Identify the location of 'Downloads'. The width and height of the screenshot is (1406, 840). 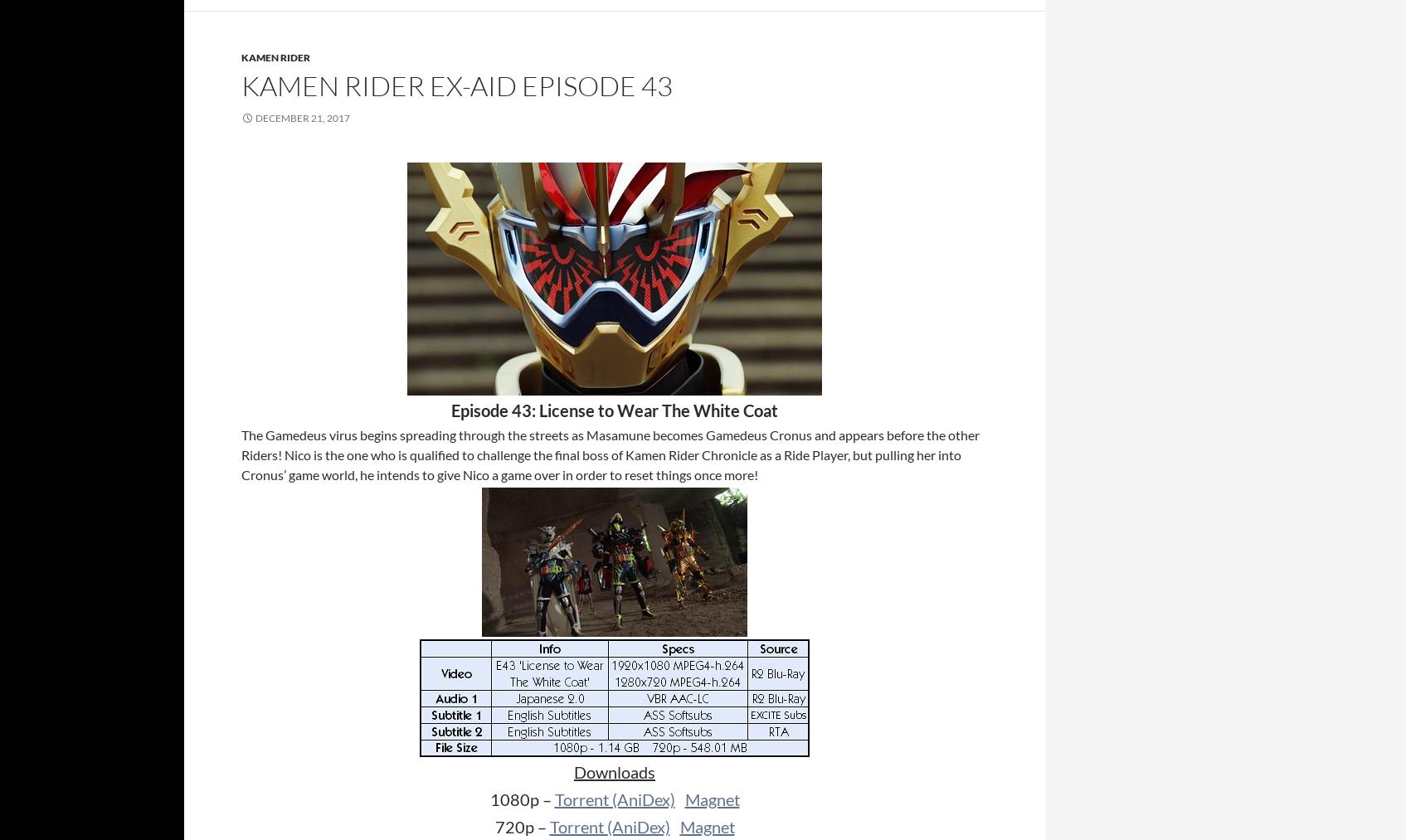
(614, 772).